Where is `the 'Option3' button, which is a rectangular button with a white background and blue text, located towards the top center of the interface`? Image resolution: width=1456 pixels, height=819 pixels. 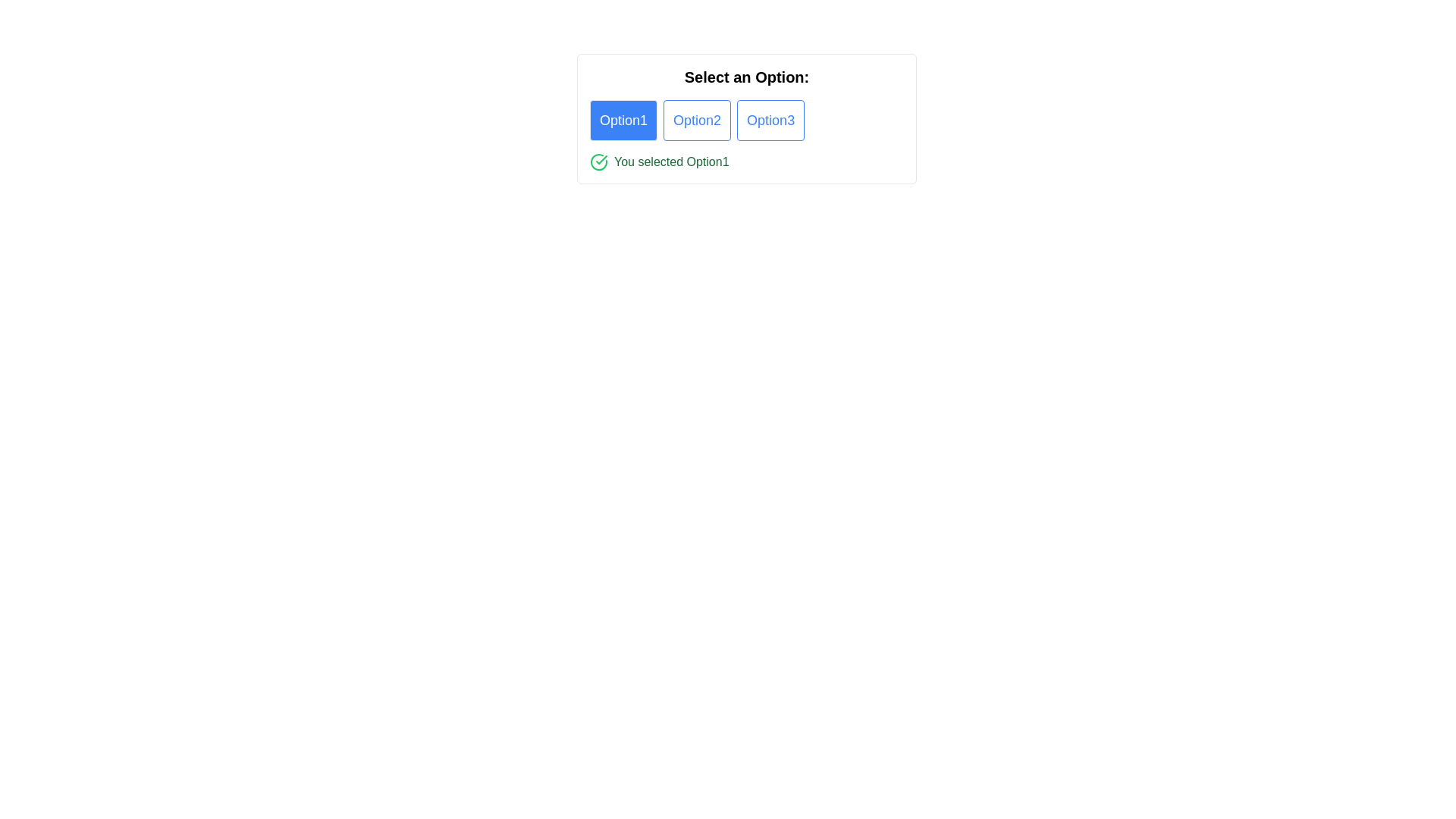 the 'Option3' button, which is a rectangular button with a white background and blue text, located towards the top center of the interface is located at coordinates (770, 119).